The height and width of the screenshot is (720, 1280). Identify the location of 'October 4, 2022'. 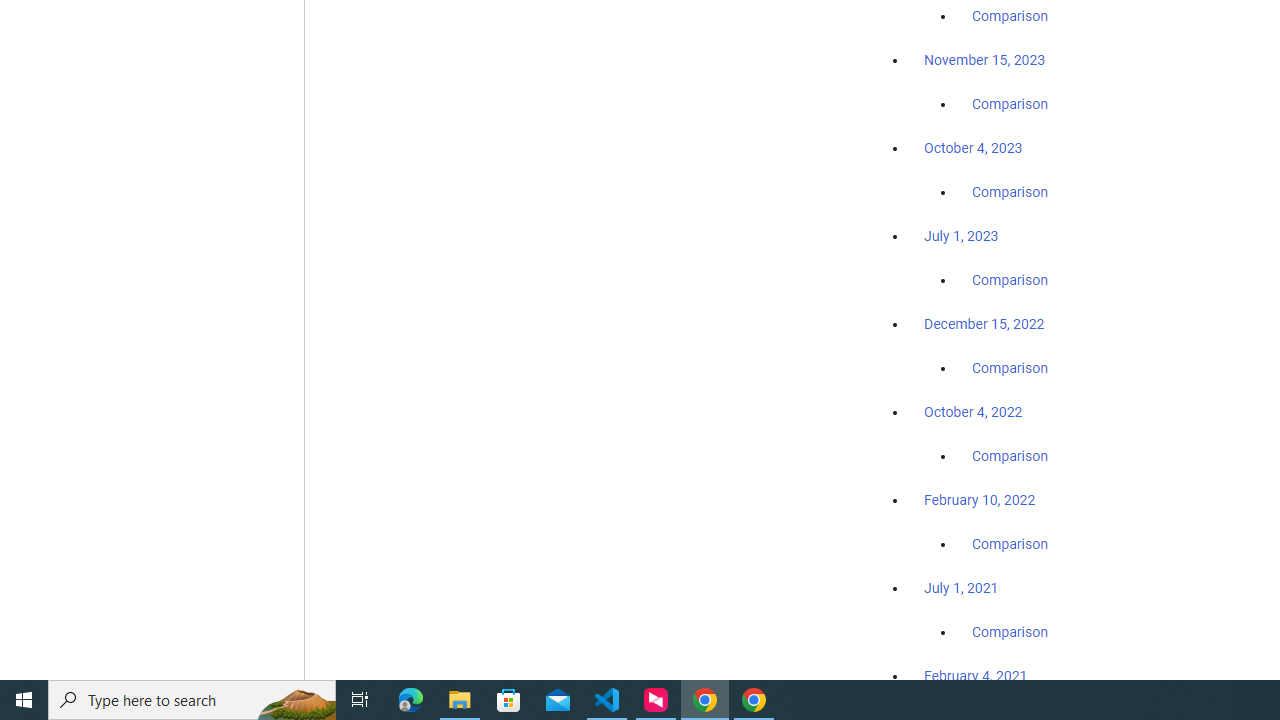
(973, 411).